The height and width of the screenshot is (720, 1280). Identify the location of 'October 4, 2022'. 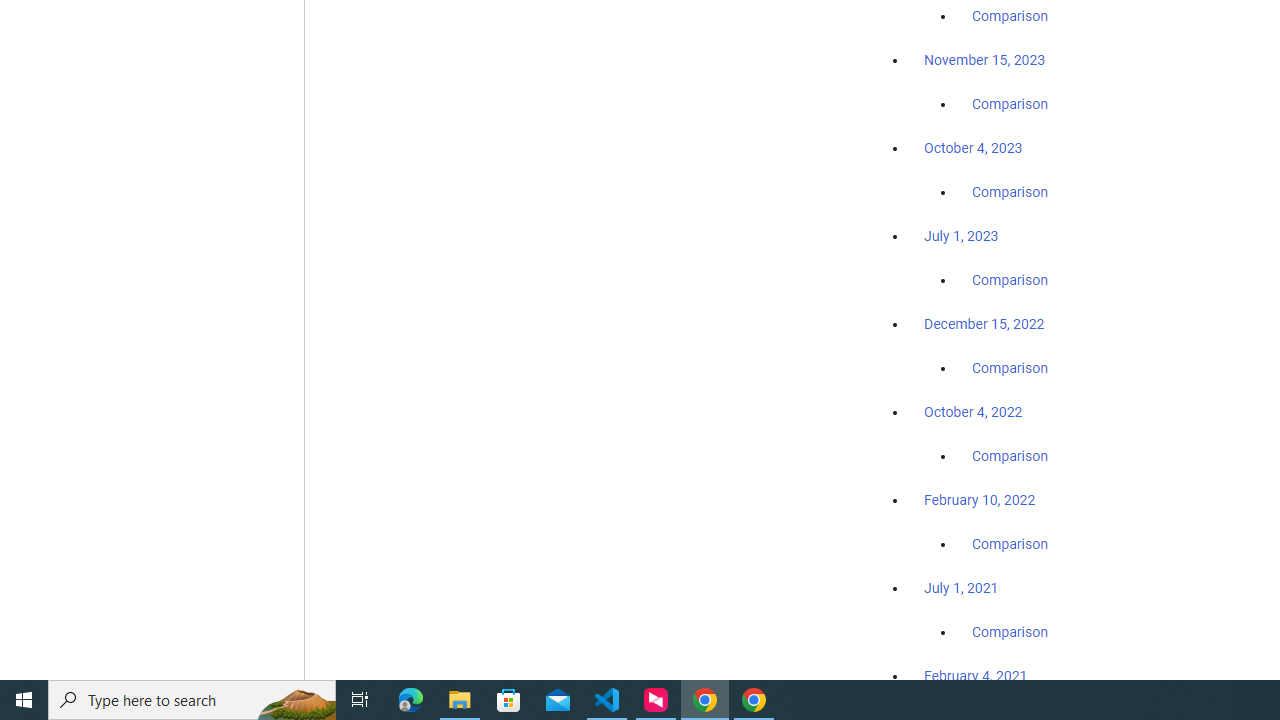
(973, 411).